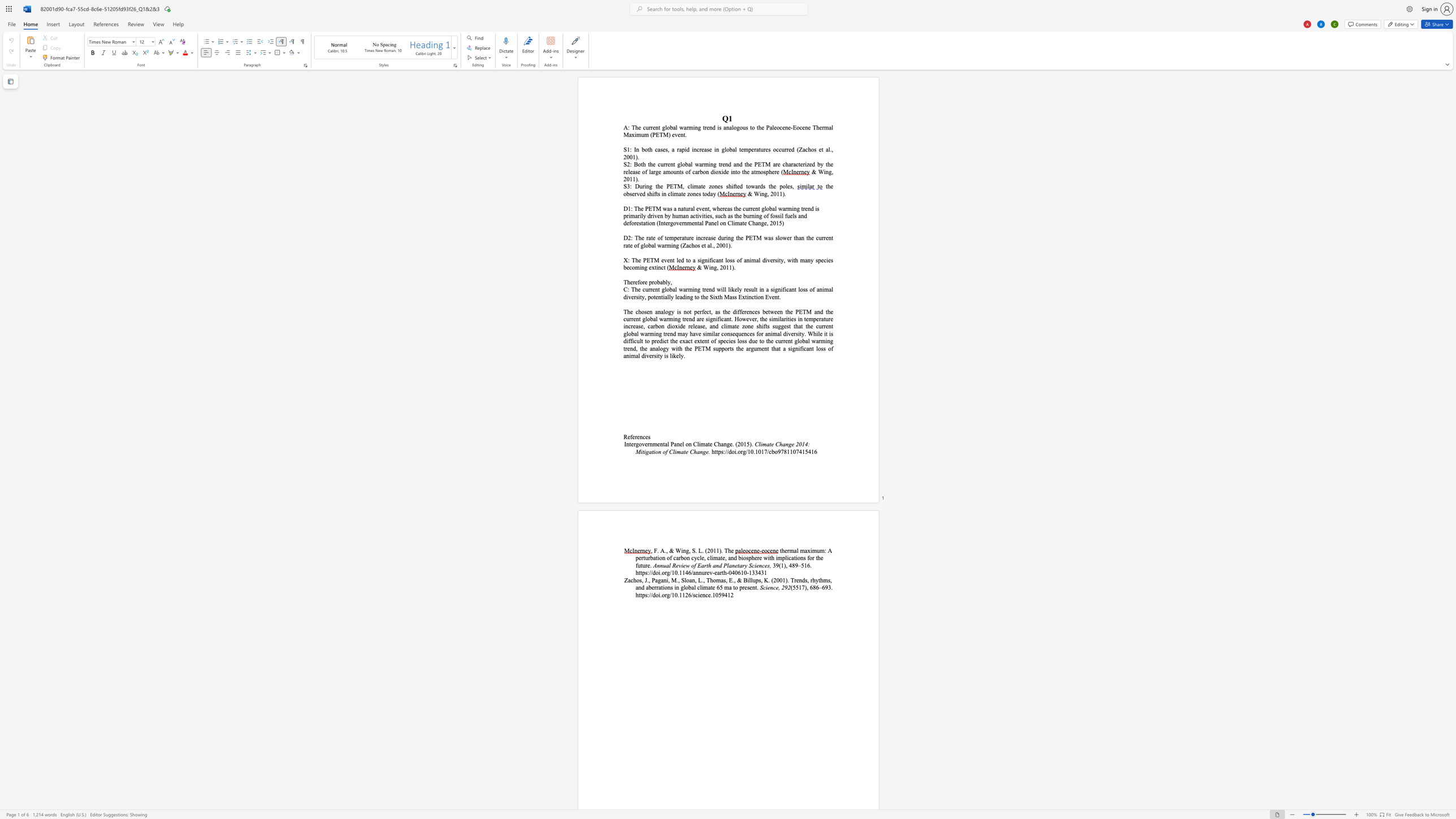 The height and width of the screenshot is (819, 1456). I want to click on the space between the continuous character "1" and "5" in the text, so click(805, 451).